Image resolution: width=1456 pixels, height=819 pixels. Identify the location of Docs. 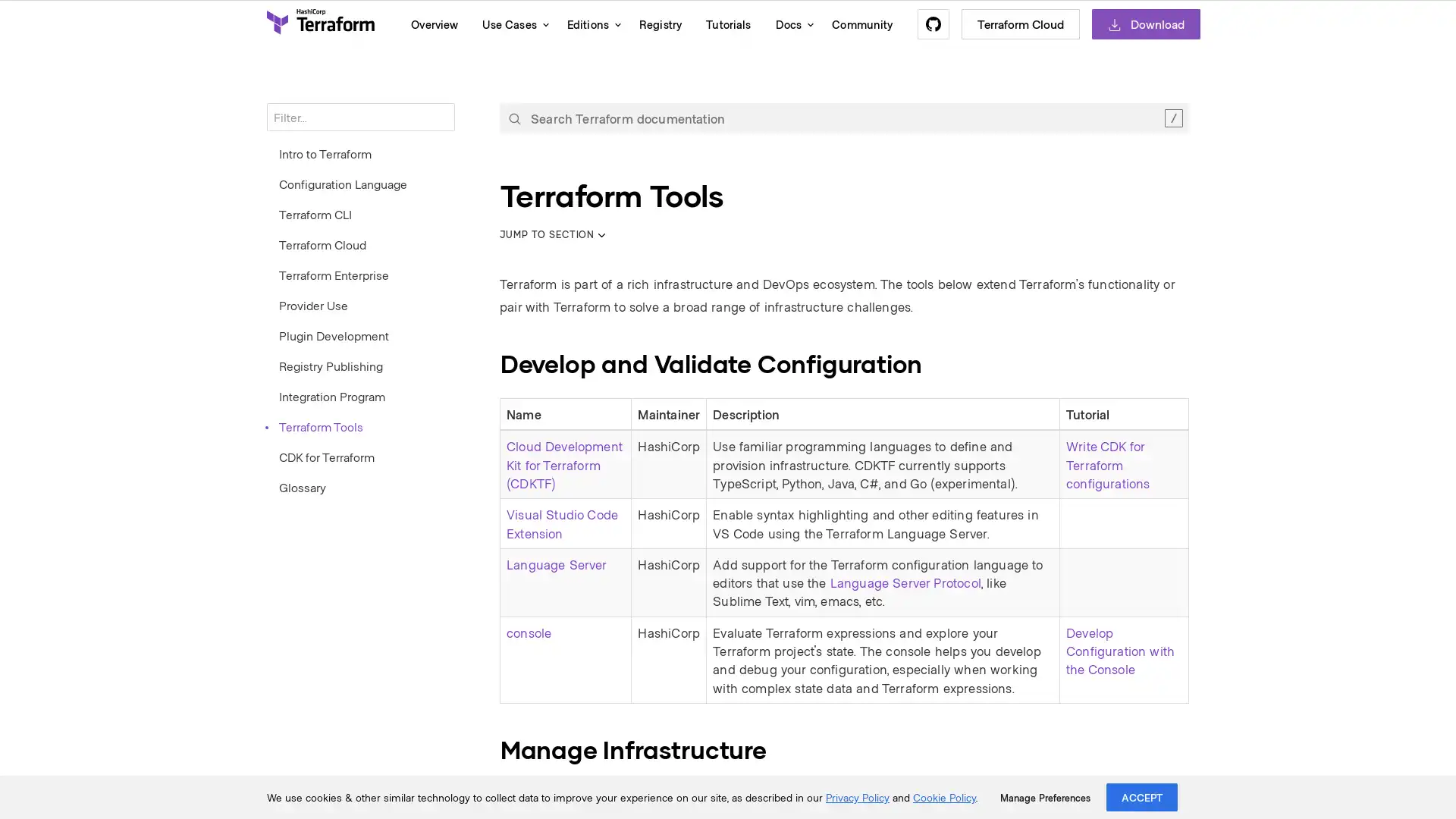
(790, 24).